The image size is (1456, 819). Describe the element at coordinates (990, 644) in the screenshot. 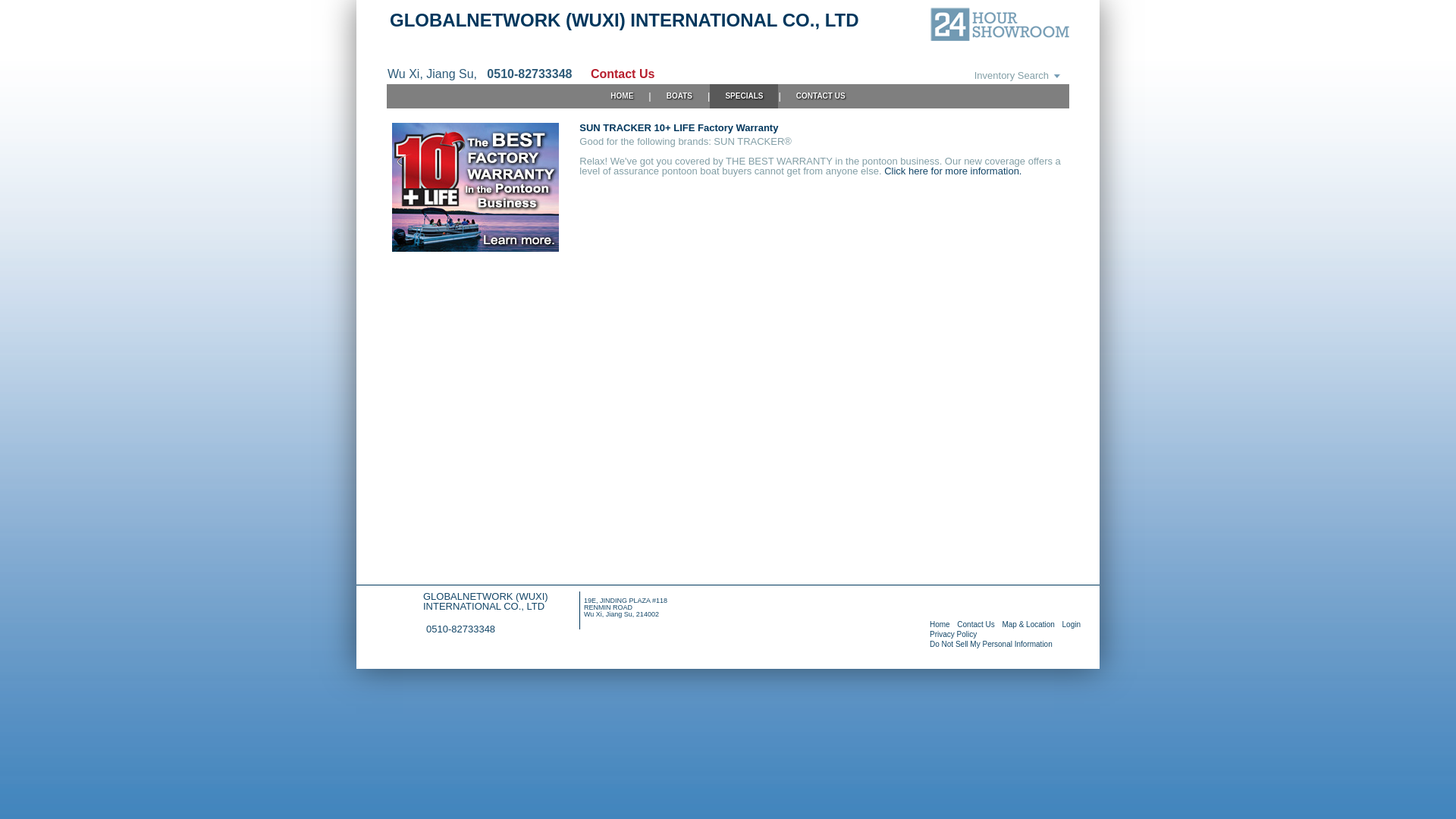

I see `'Do Not Sell My Personal Information'` at that location.